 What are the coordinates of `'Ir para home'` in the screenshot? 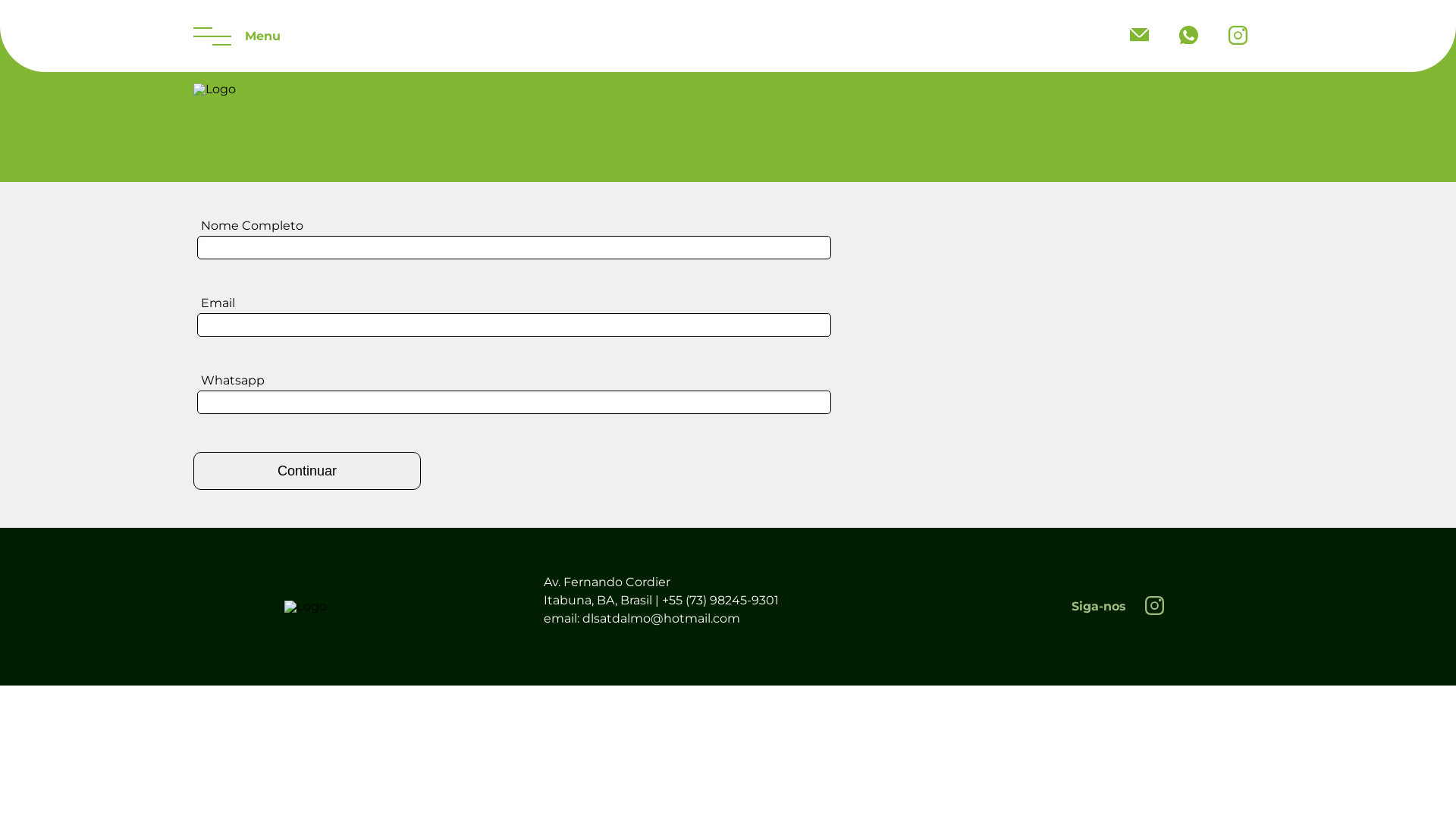 It's located at (305, 605).